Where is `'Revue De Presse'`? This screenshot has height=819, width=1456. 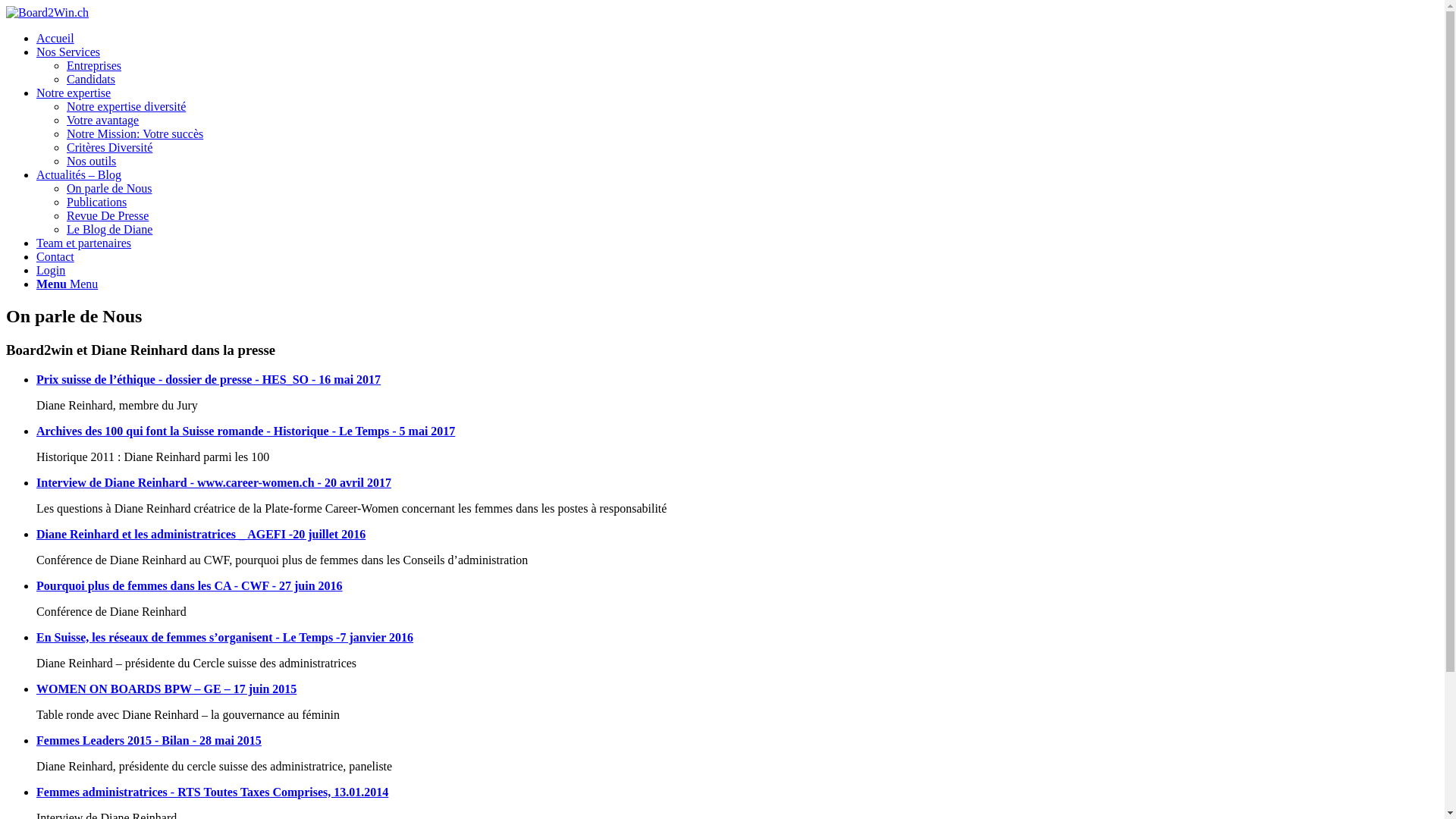
'Revue De Presse' is located at coordinates (107, 215).